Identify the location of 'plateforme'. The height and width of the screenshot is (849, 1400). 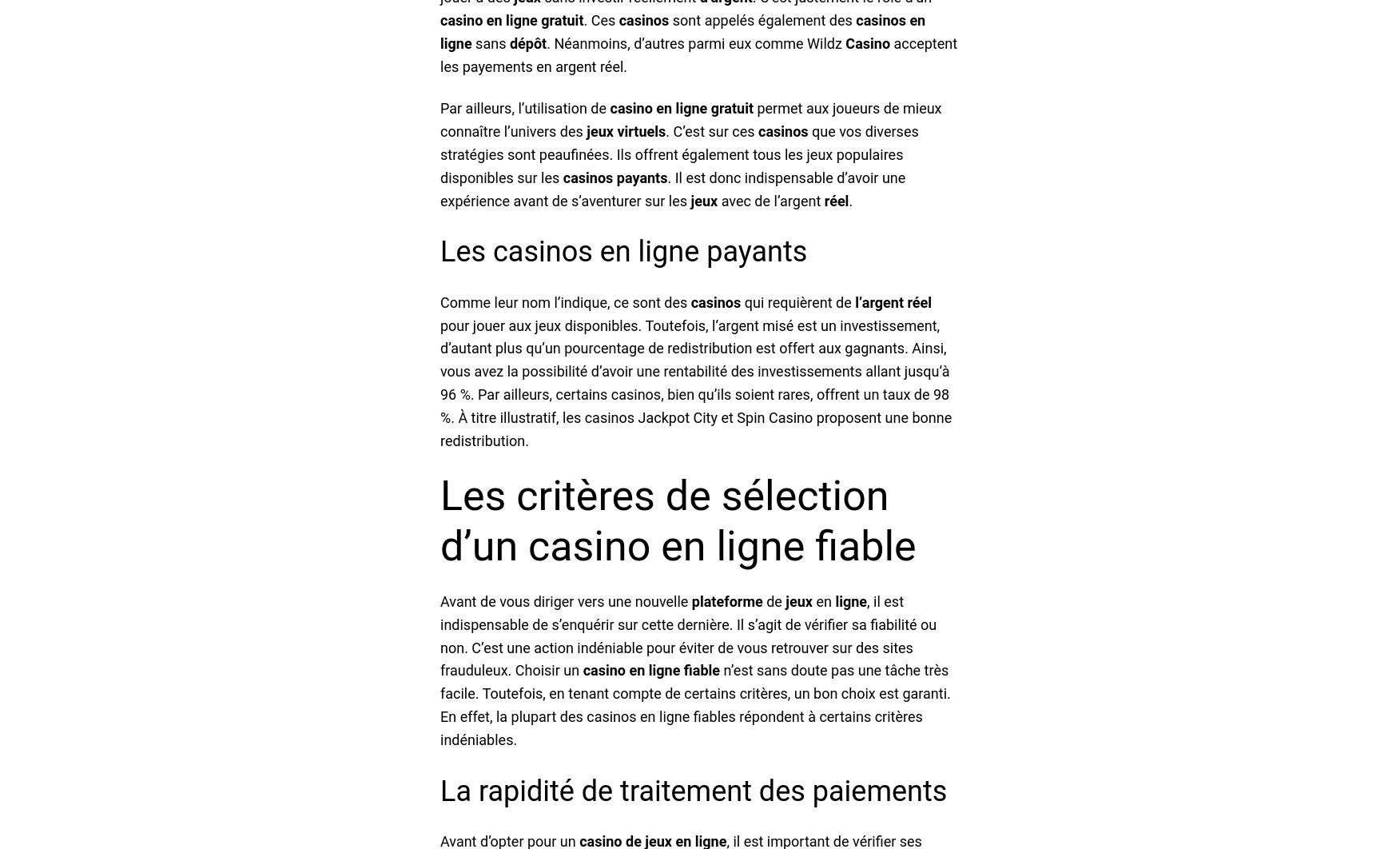
(726, 601).